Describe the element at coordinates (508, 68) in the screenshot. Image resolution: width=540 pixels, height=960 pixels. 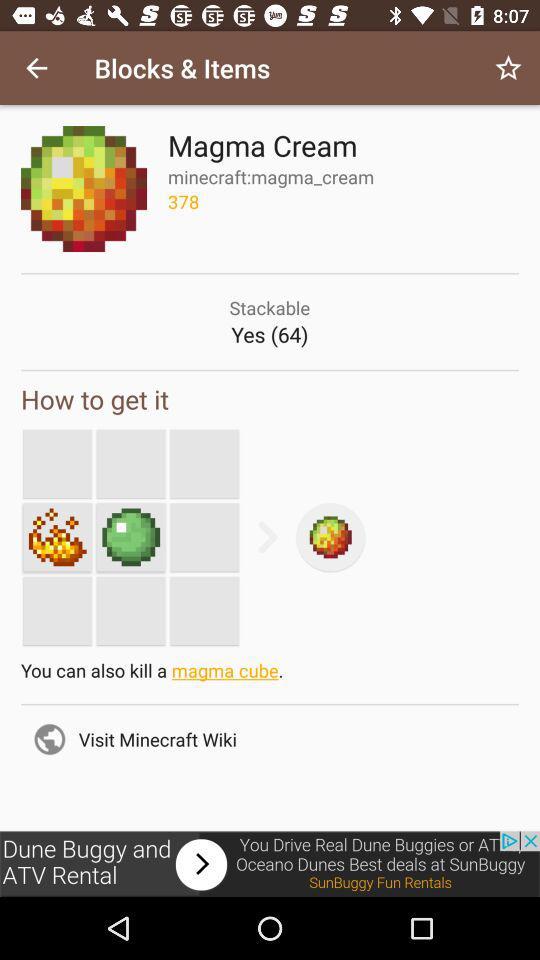
I see `the icon to the right of blocks & items icon` at that location.